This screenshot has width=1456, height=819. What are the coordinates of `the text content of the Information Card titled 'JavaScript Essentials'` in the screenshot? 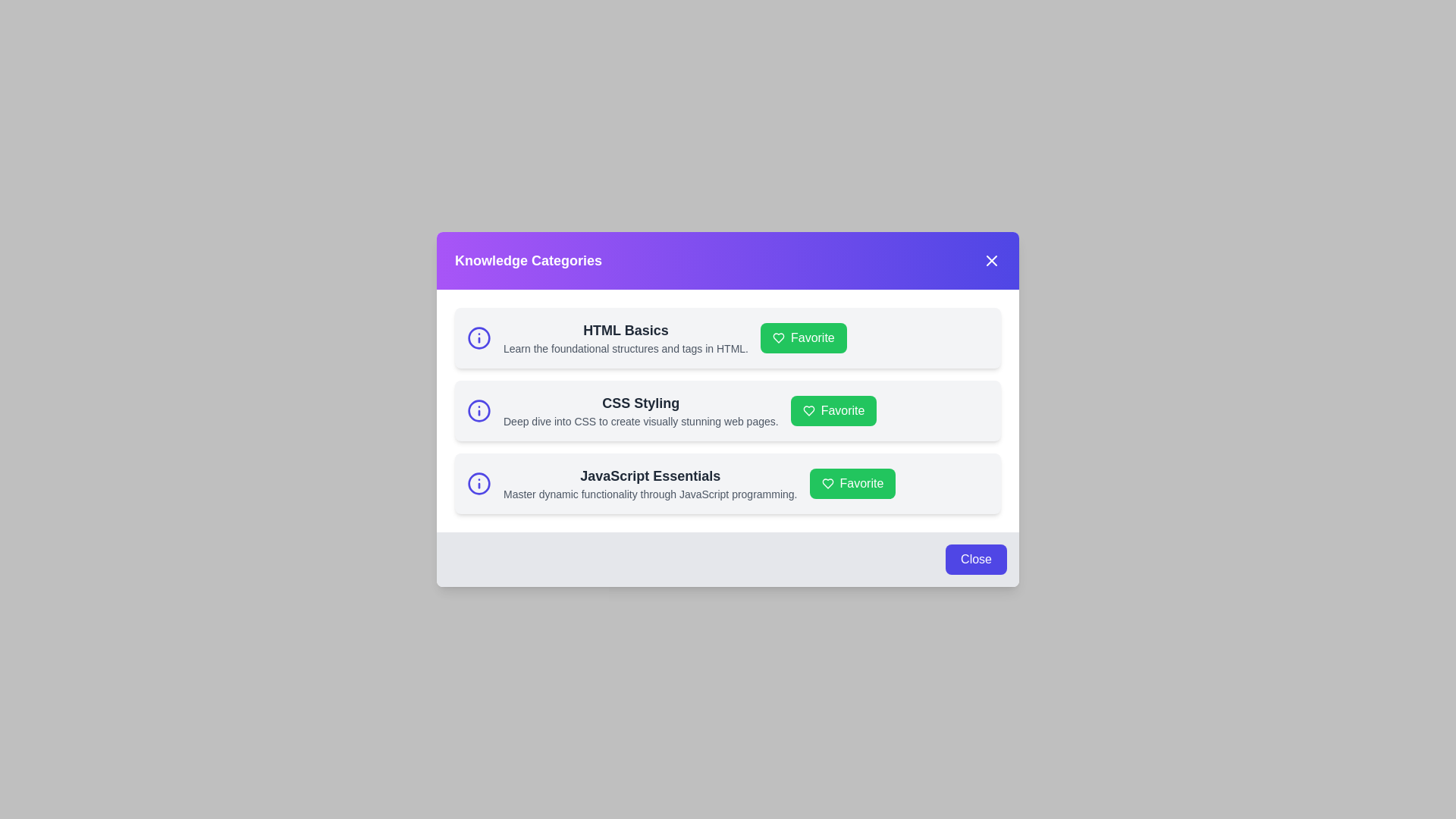 It's located at (728, 483).